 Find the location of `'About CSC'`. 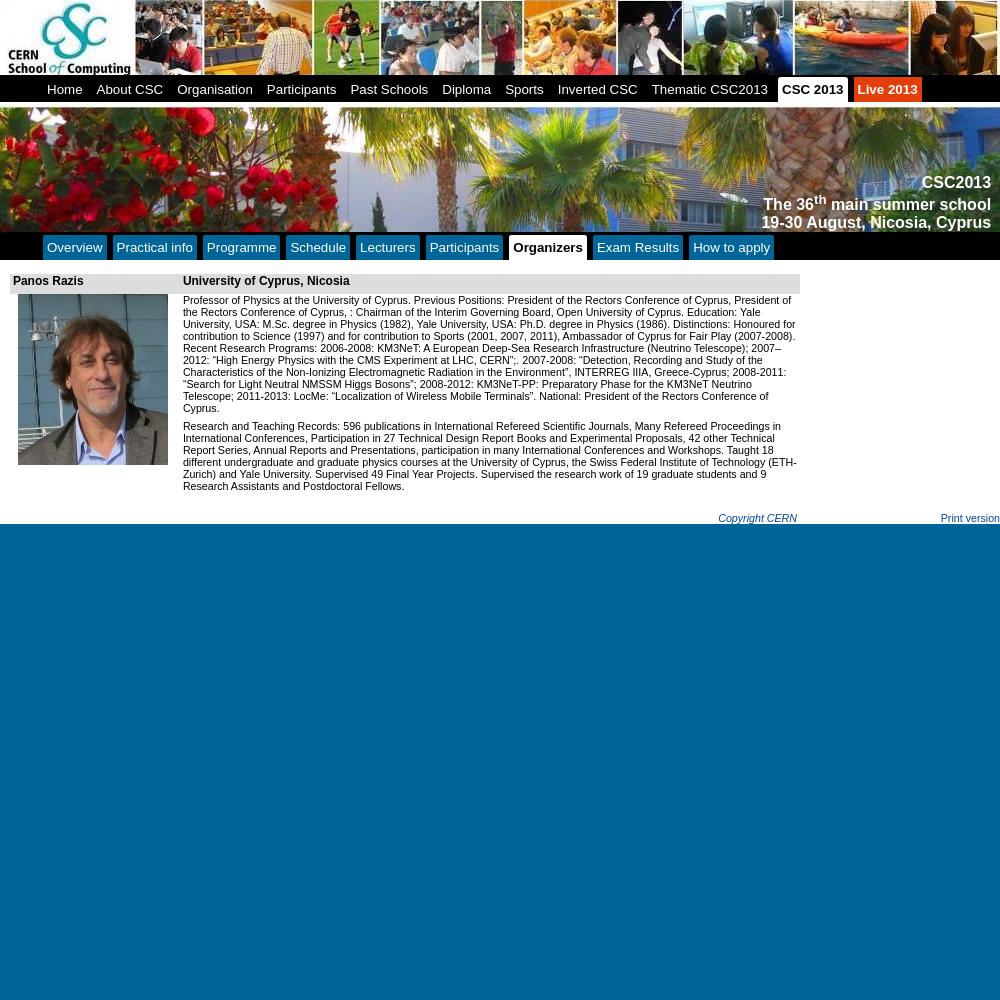

'About CSC' is located at coordinates (95, 88).